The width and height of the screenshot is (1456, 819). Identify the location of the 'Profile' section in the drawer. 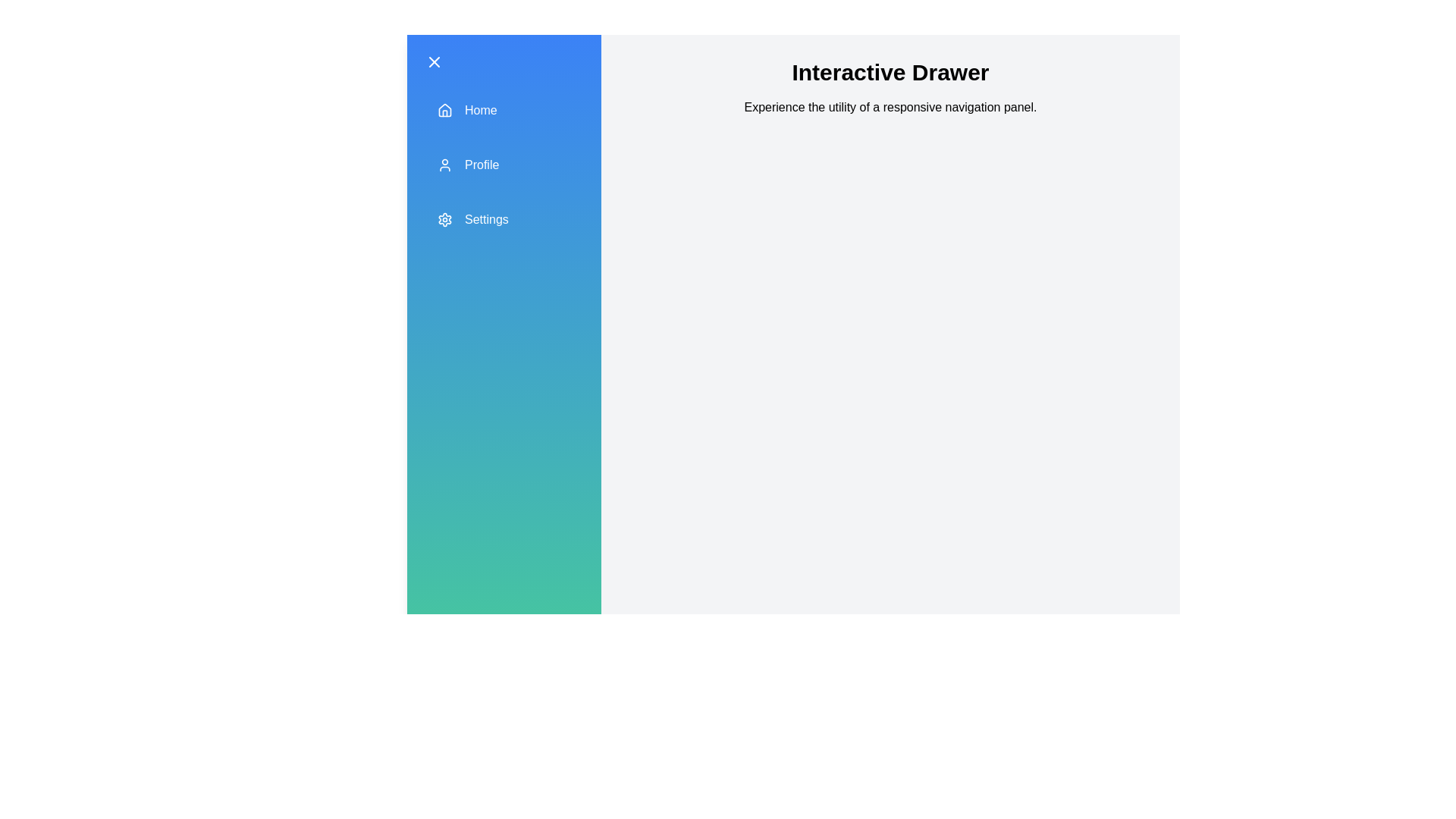
(504, 165).